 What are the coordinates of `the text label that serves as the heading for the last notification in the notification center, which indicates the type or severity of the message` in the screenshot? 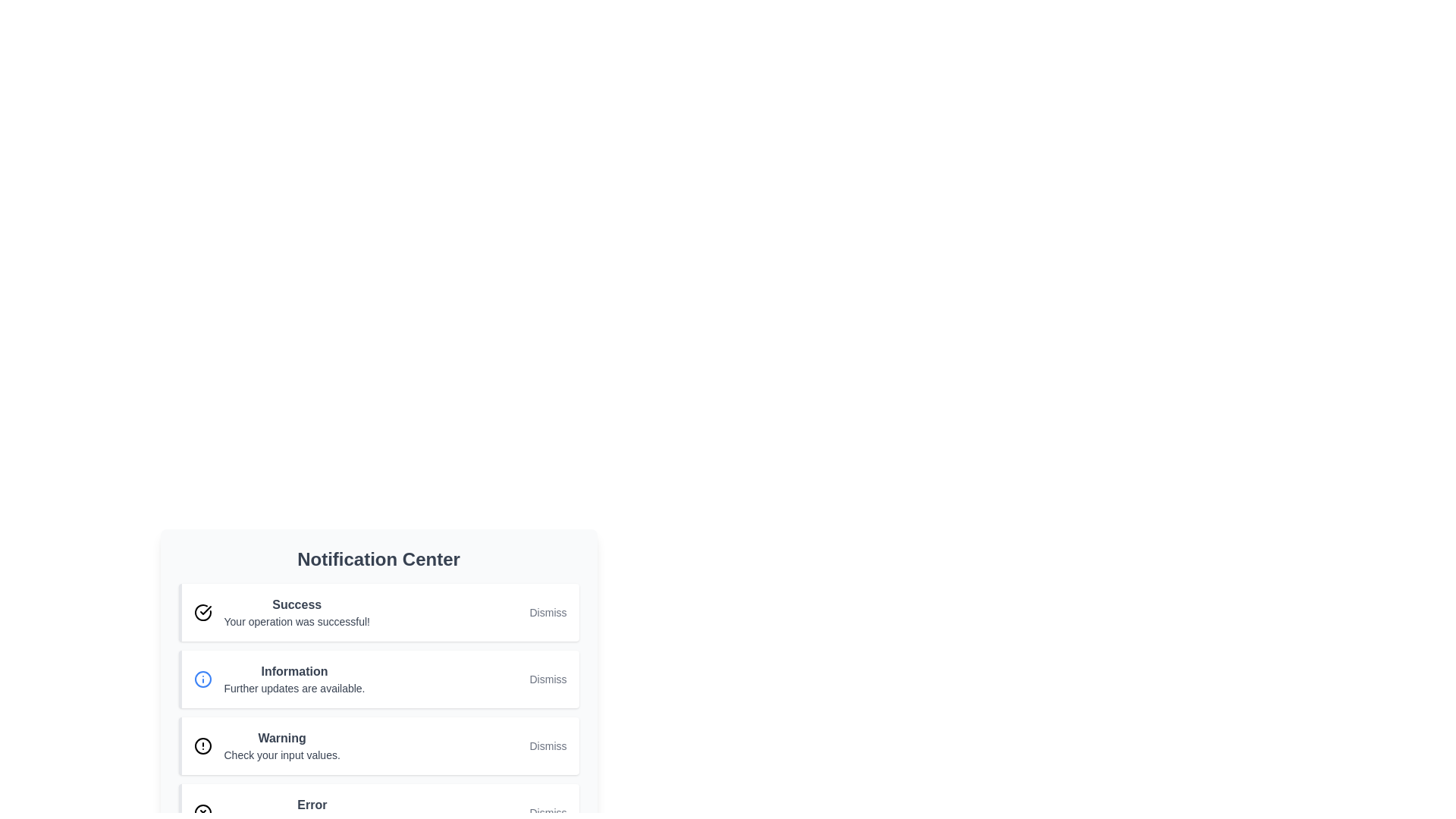 It's located at (311, 804).